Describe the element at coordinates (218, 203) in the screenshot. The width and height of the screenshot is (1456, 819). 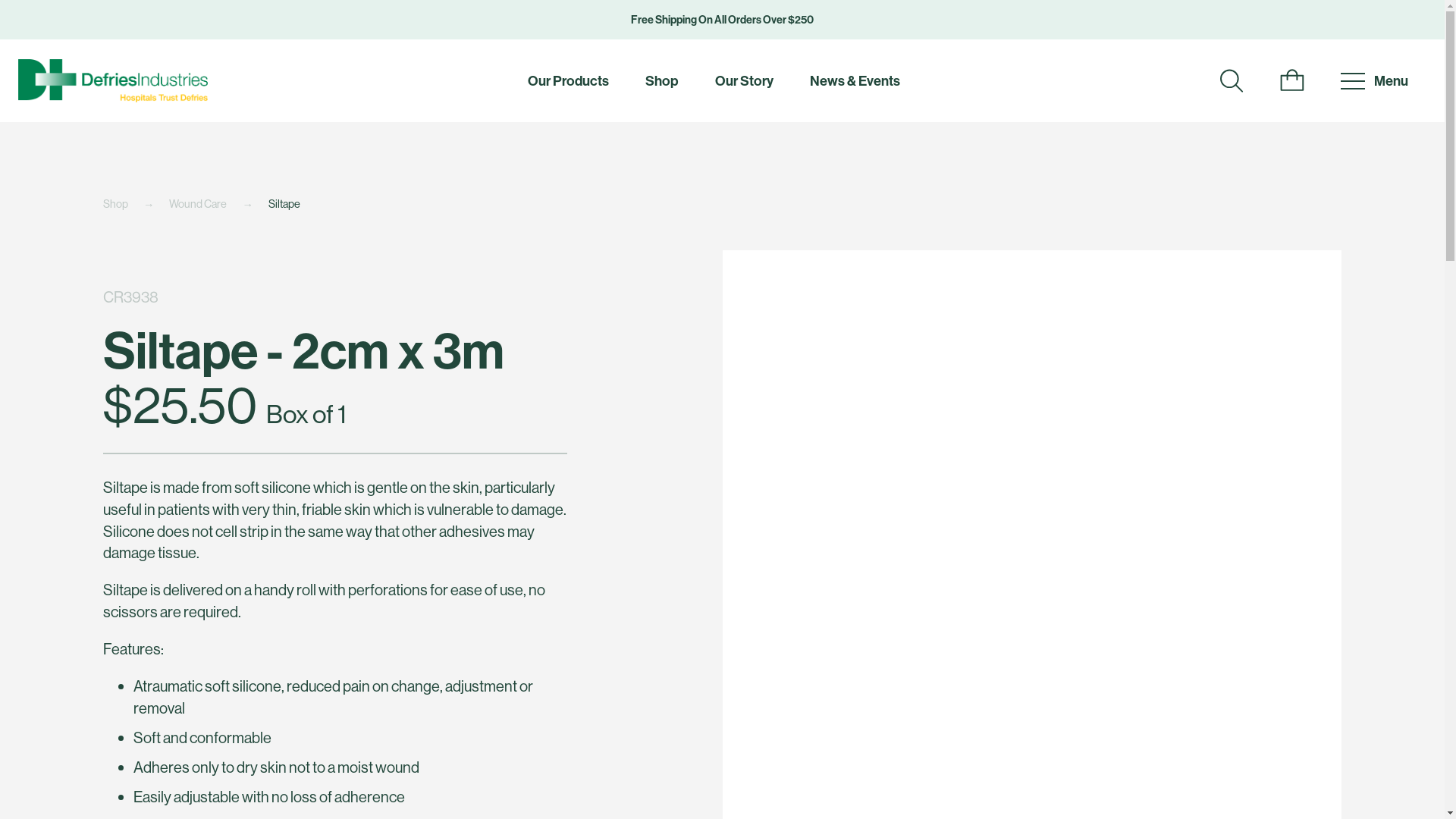
I see `'Wound Care'` at that location.